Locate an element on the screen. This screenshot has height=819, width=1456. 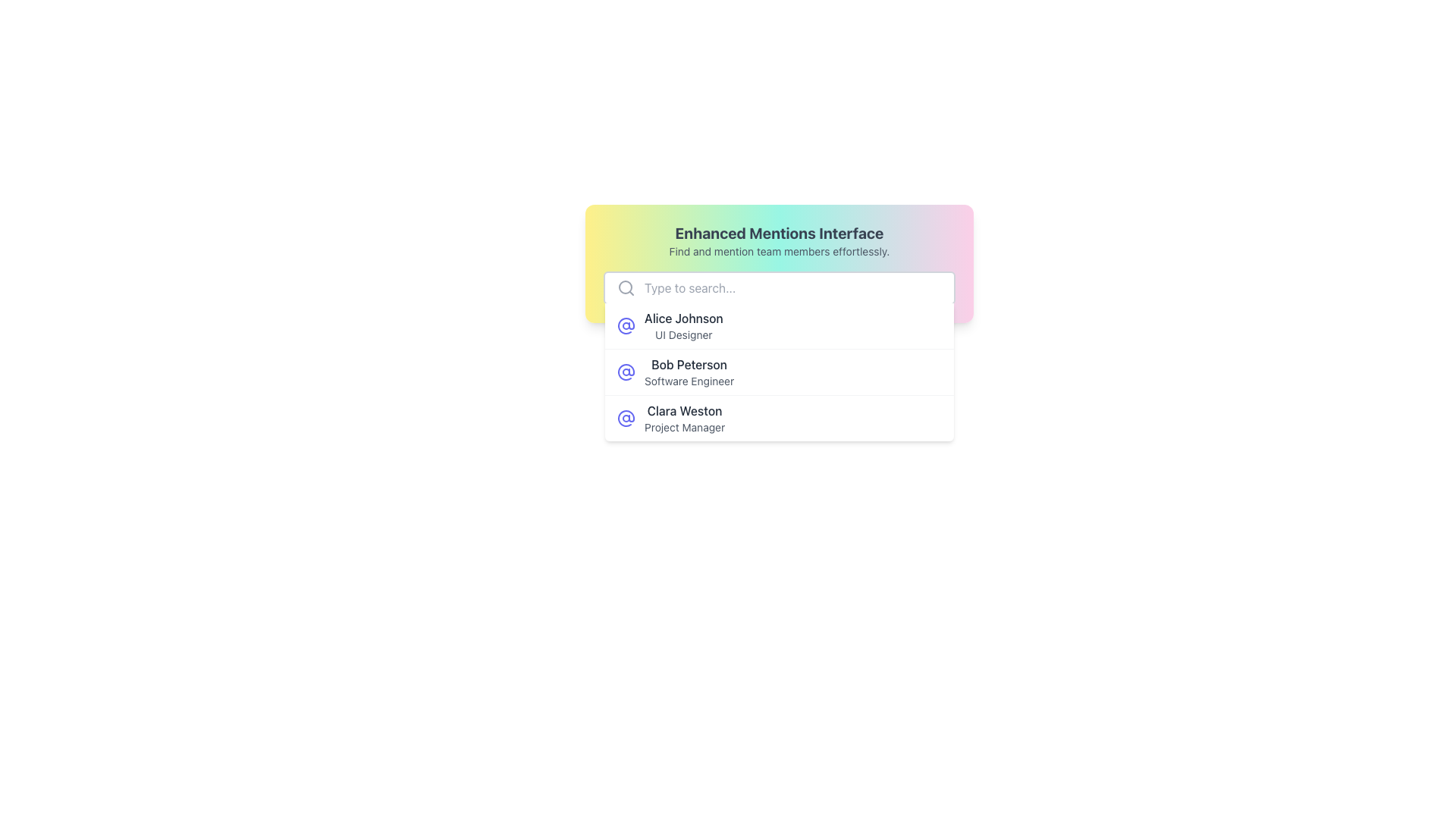
the second selectable option in the menu list, which represents a team member's name and role is located at coordinates (689, 372).